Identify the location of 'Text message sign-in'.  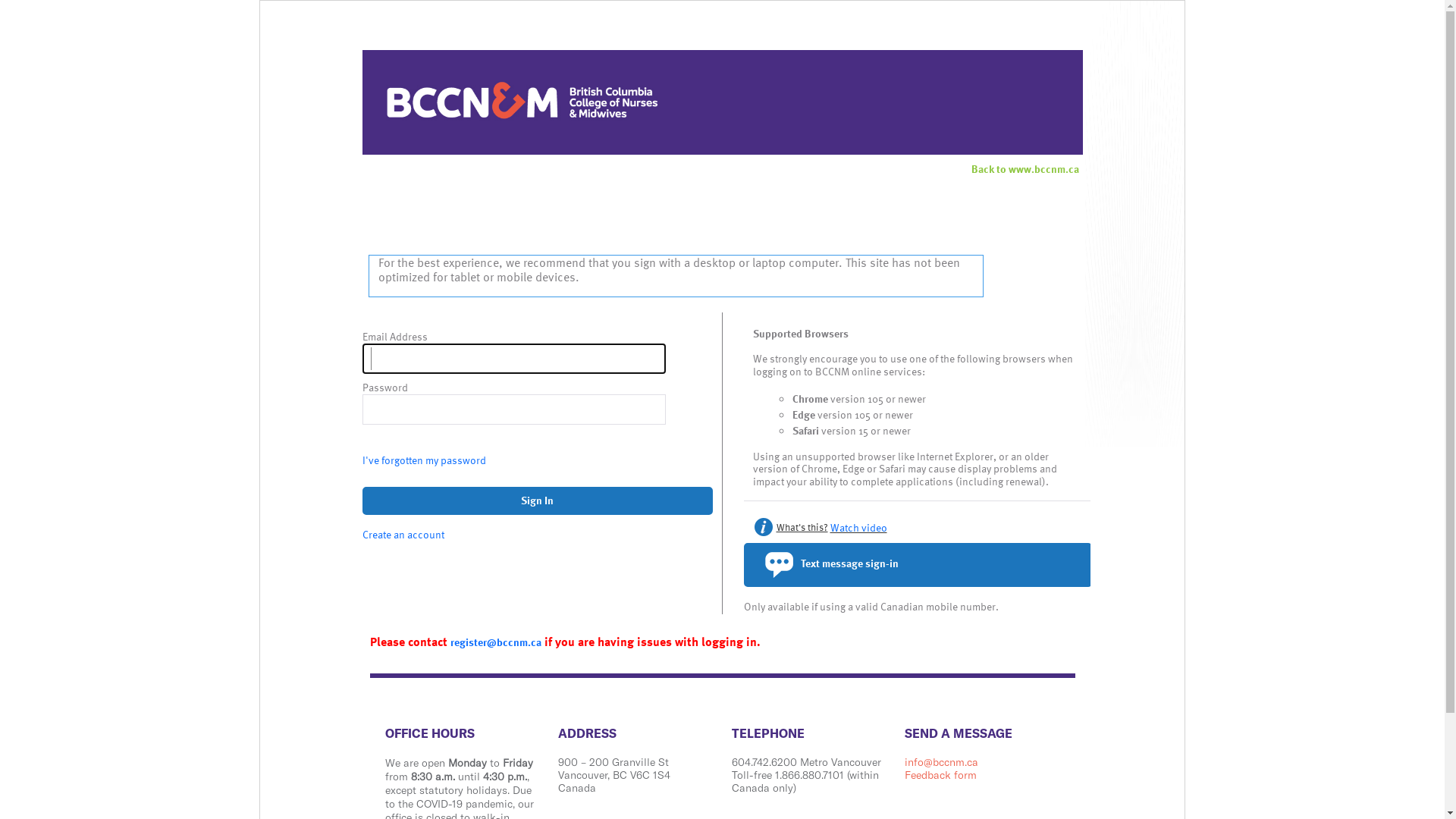
(916, 564).